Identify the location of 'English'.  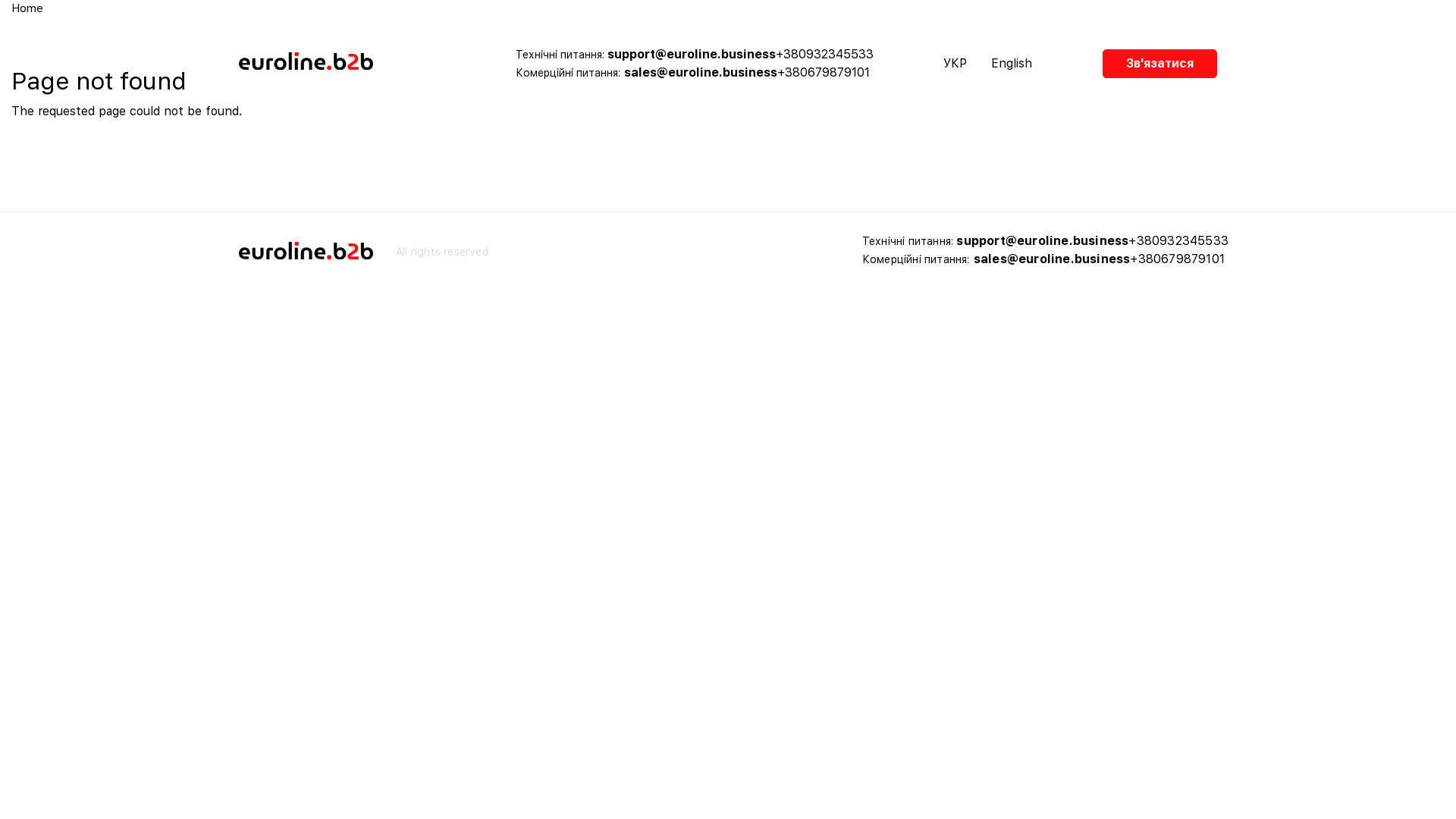
(1012, 62).